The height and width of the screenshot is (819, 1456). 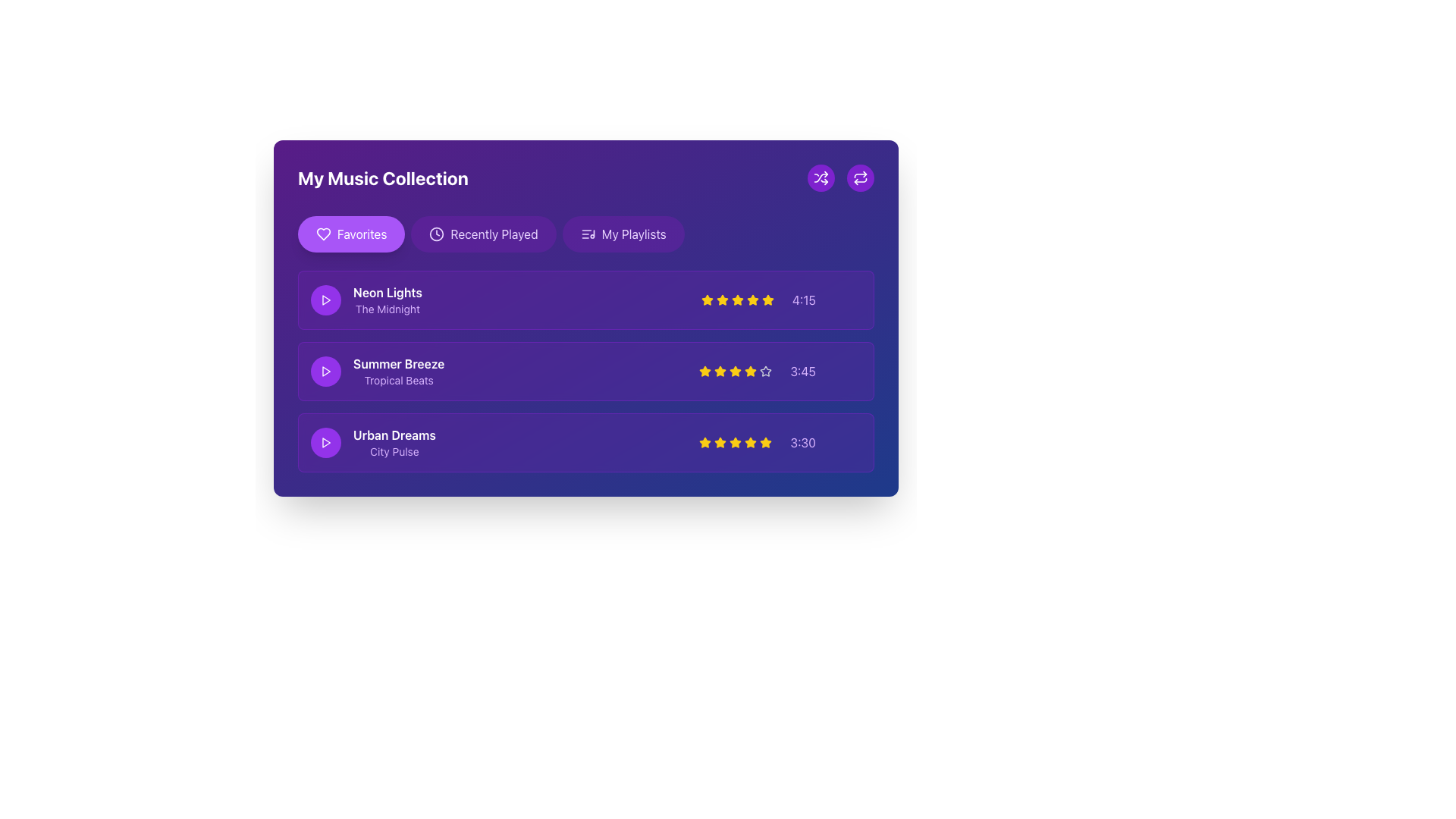 I want to click on the first star icon in the rating system located on the right side of the first music list entry in the 'My Music Collection' section to provide a rating, so click(x=767, y=300).